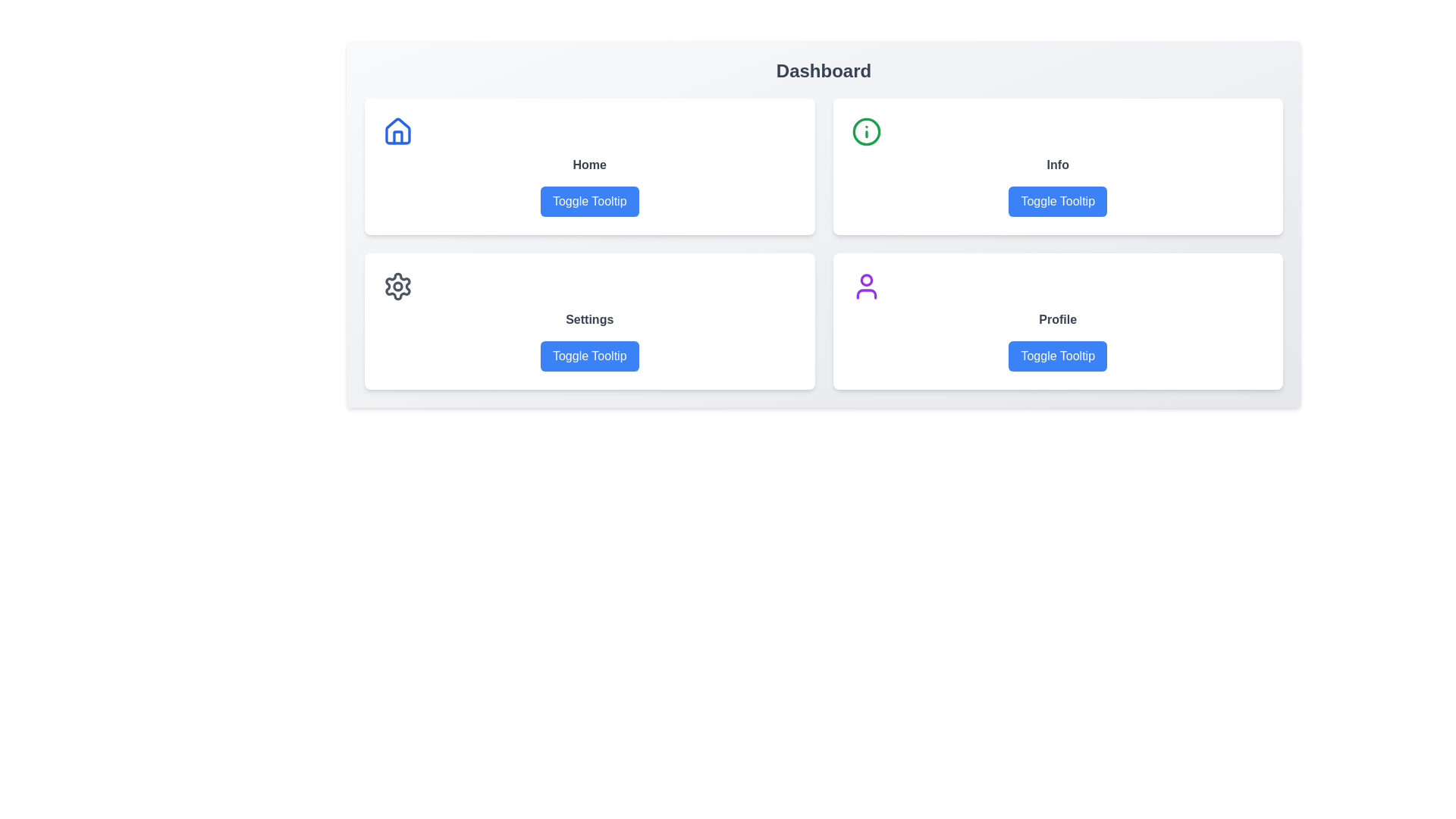 This screenshot has width=1456, height=819. I want to click on the rounded rectangular button with a blue background labeled 'Toggle Tooltip' located in the lower part of the 'Home' section on the dashboard, so click(588, 201).